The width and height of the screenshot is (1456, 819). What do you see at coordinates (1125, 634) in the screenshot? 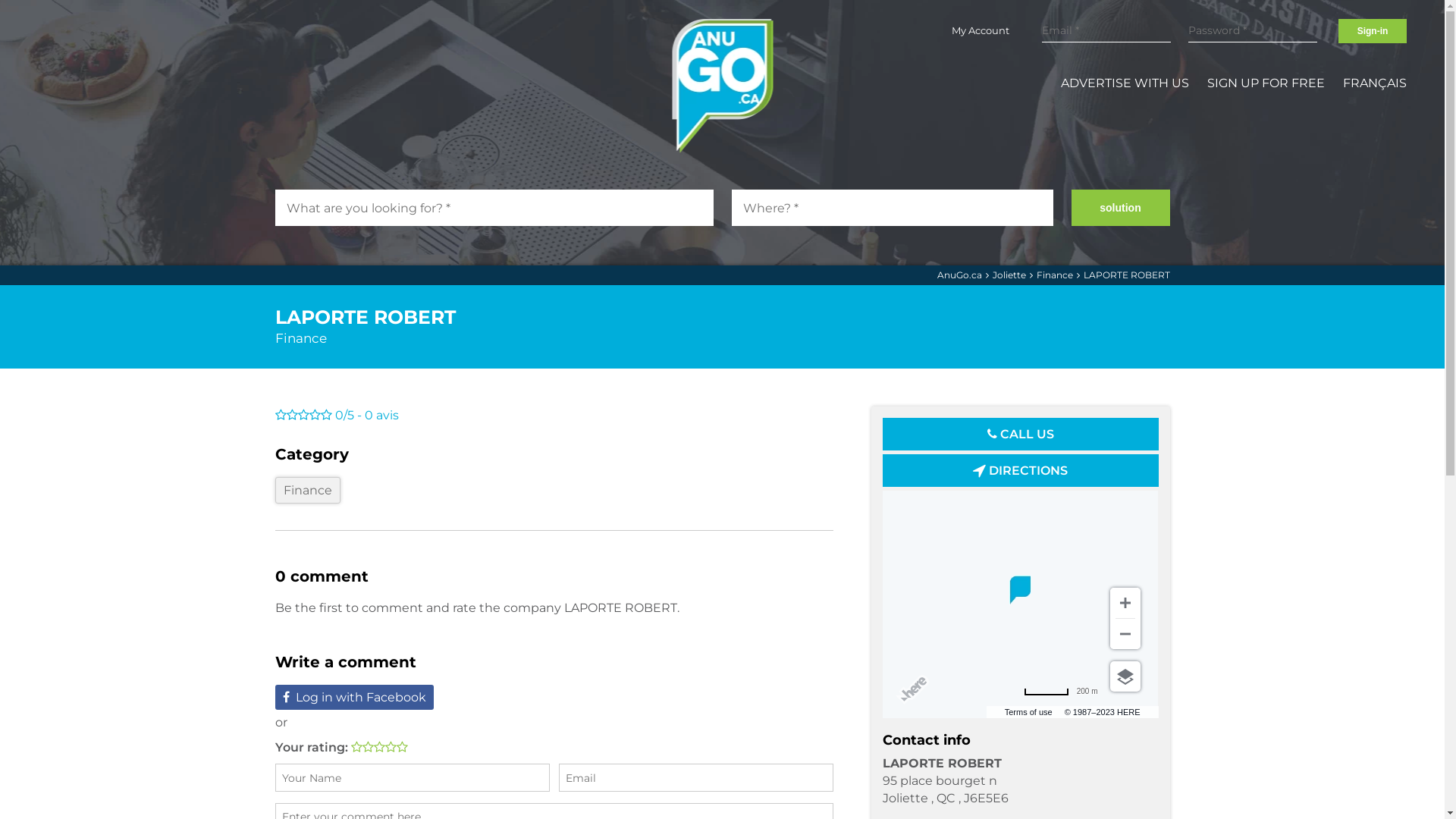
I see `'Zoom out'` at bounding box center [1125, 634].